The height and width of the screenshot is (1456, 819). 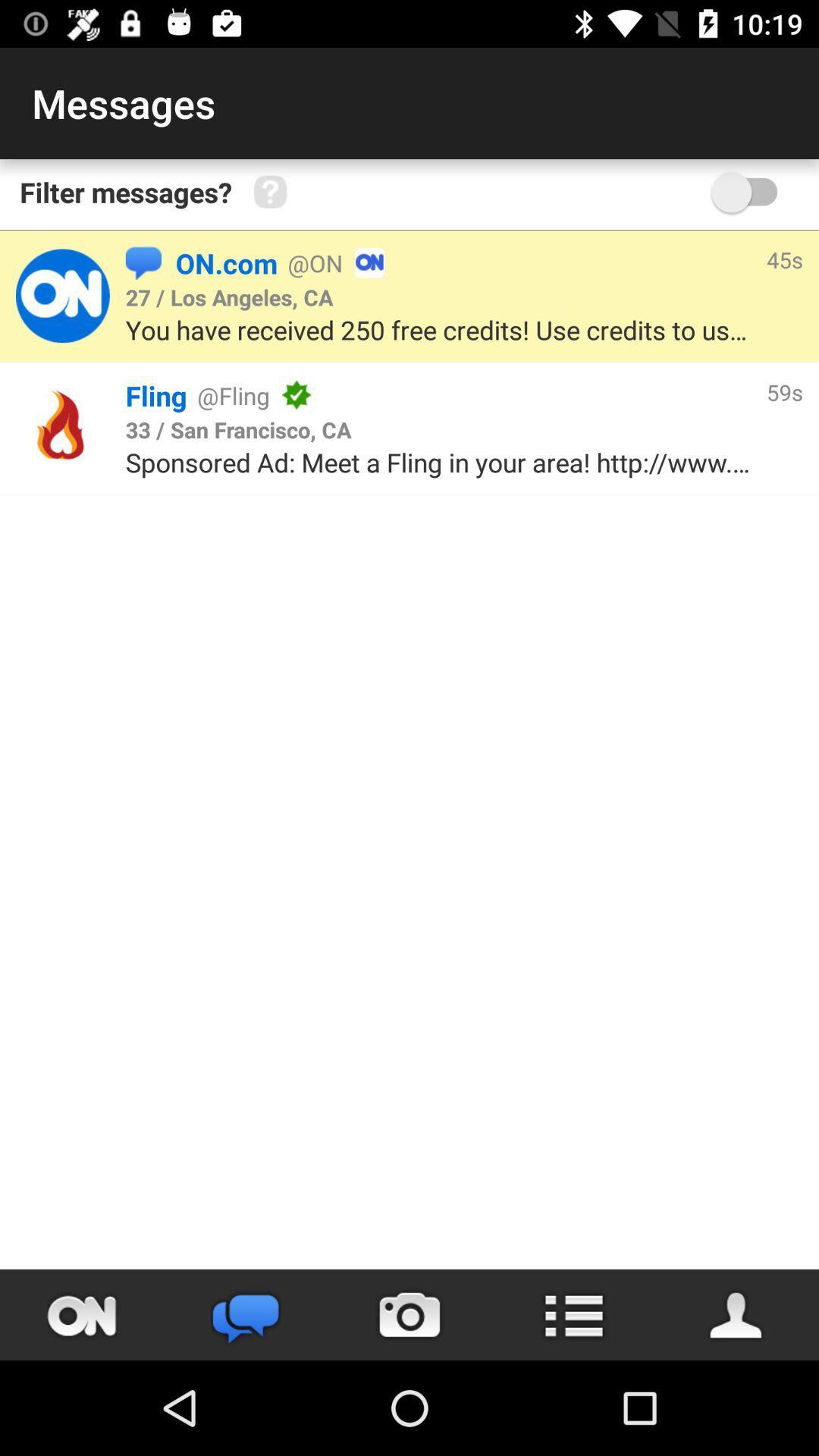 What do you see at coordinates (409, 1314) in the screenshot?
I see `take photo` at bounding box center [409, 1314].